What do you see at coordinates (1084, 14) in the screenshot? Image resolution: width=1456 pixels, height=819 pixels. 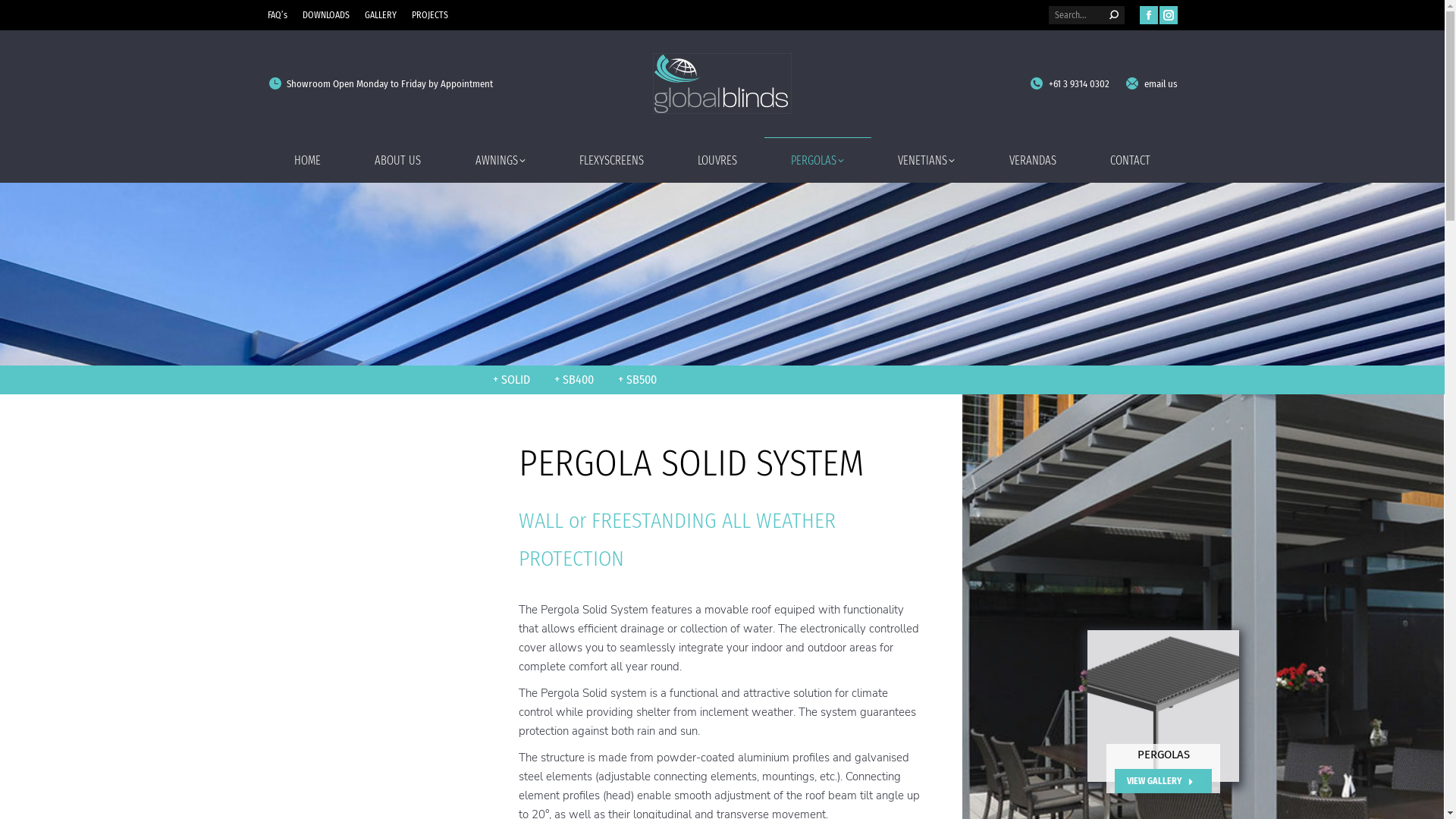 I see `'Search form'` at bounding box center [1084, 14].